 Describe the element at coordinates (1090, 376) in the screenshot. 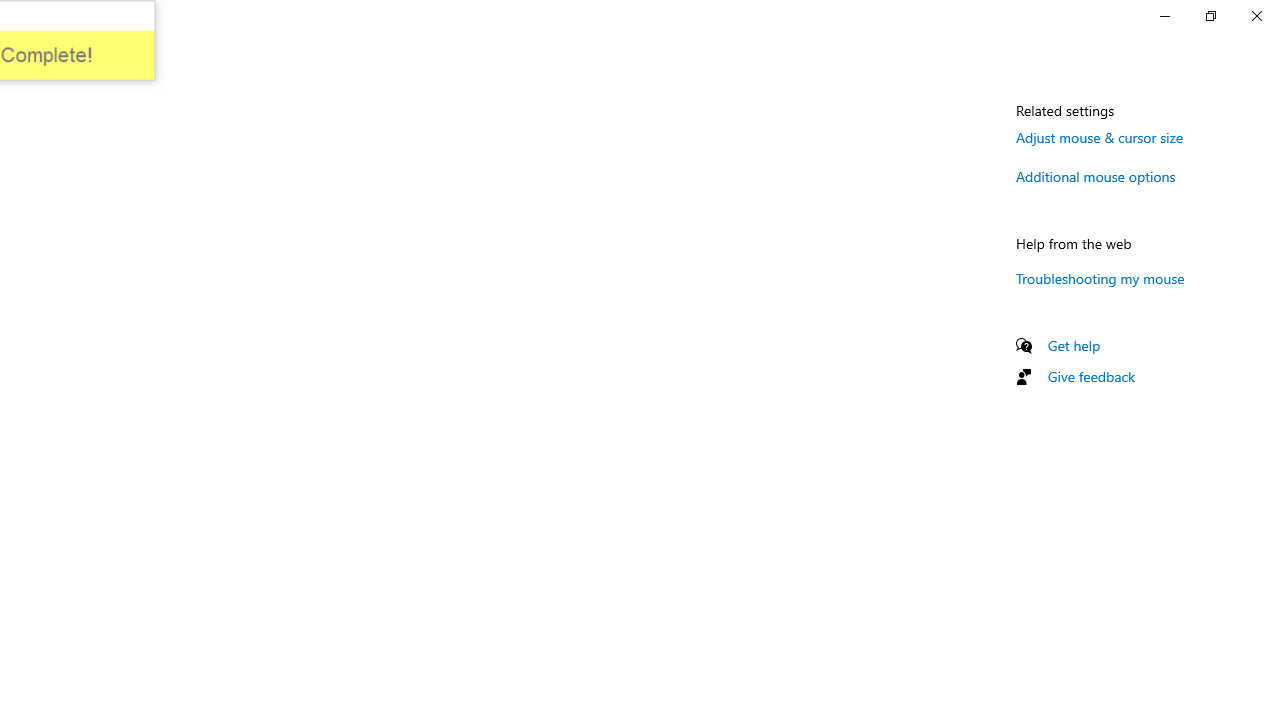

I see `'Give feedback'` at that location.